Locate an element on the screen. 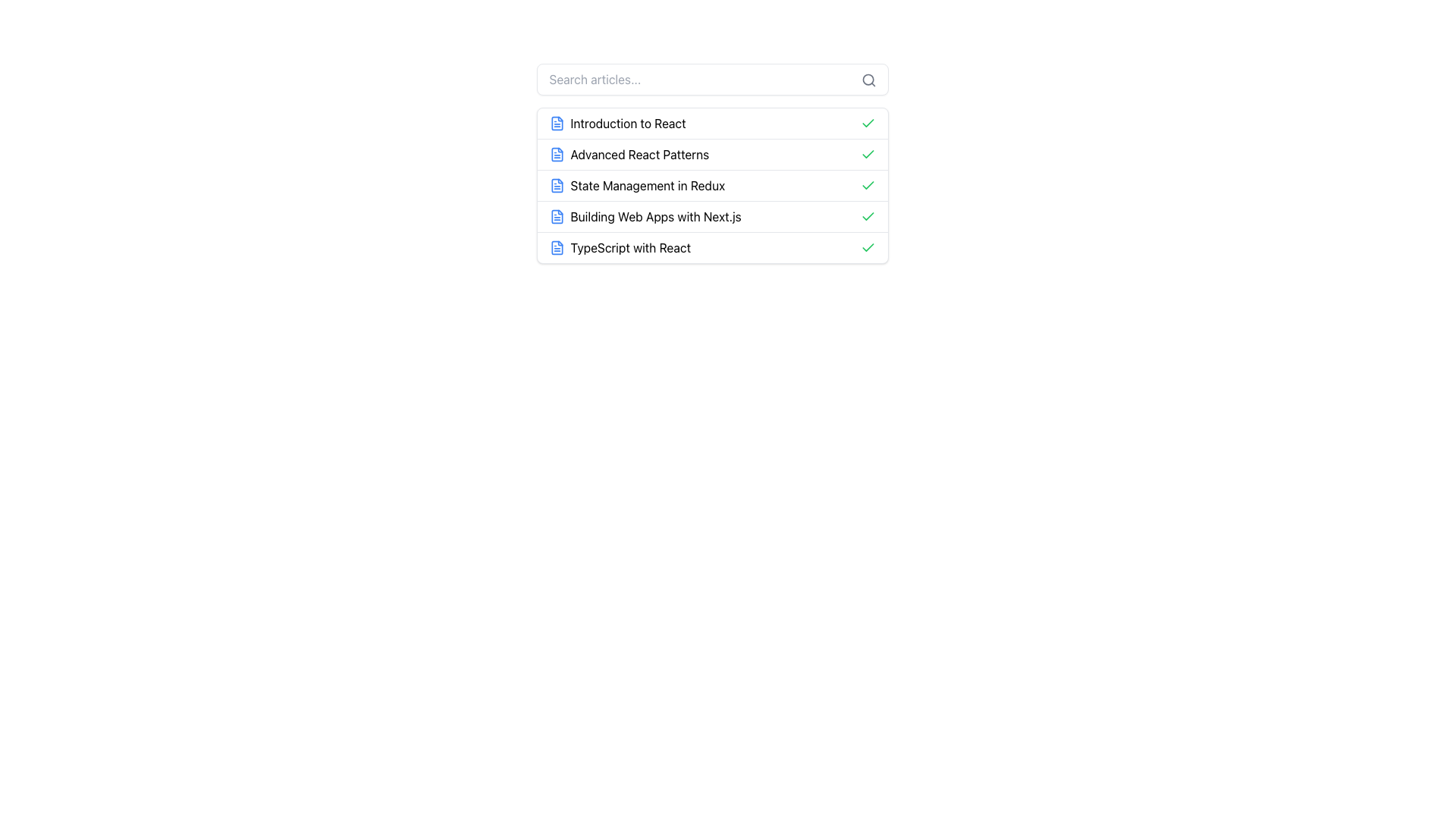 This screenshot has width=1456, height=819. the state of the green checkmark icon located at the far right of the list item labeled 'TypeScript with React' is located at coordinates (868, 247).